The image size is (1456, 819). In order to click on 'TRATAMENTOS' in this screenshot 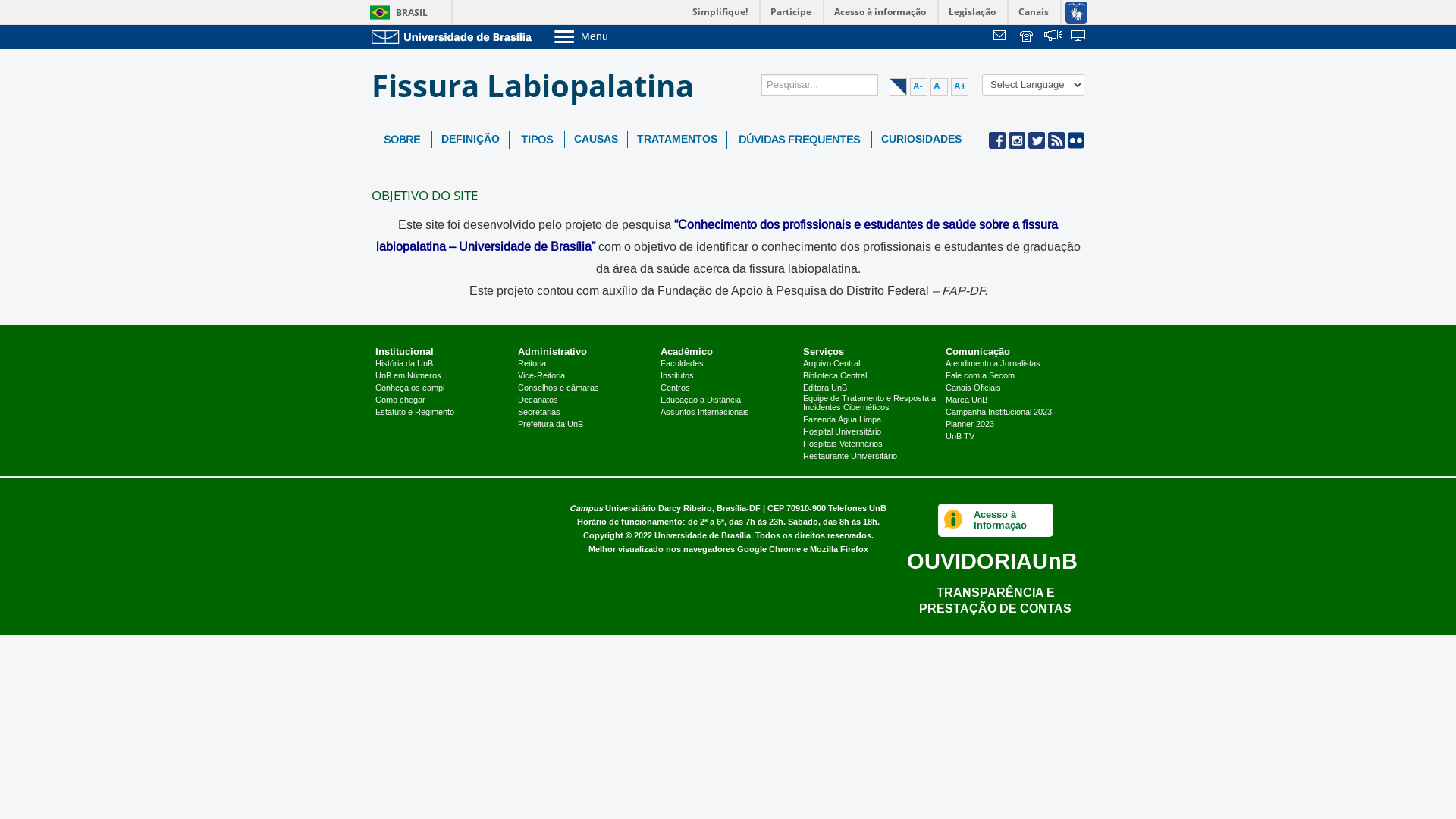, I will do `click(676, 140)`.